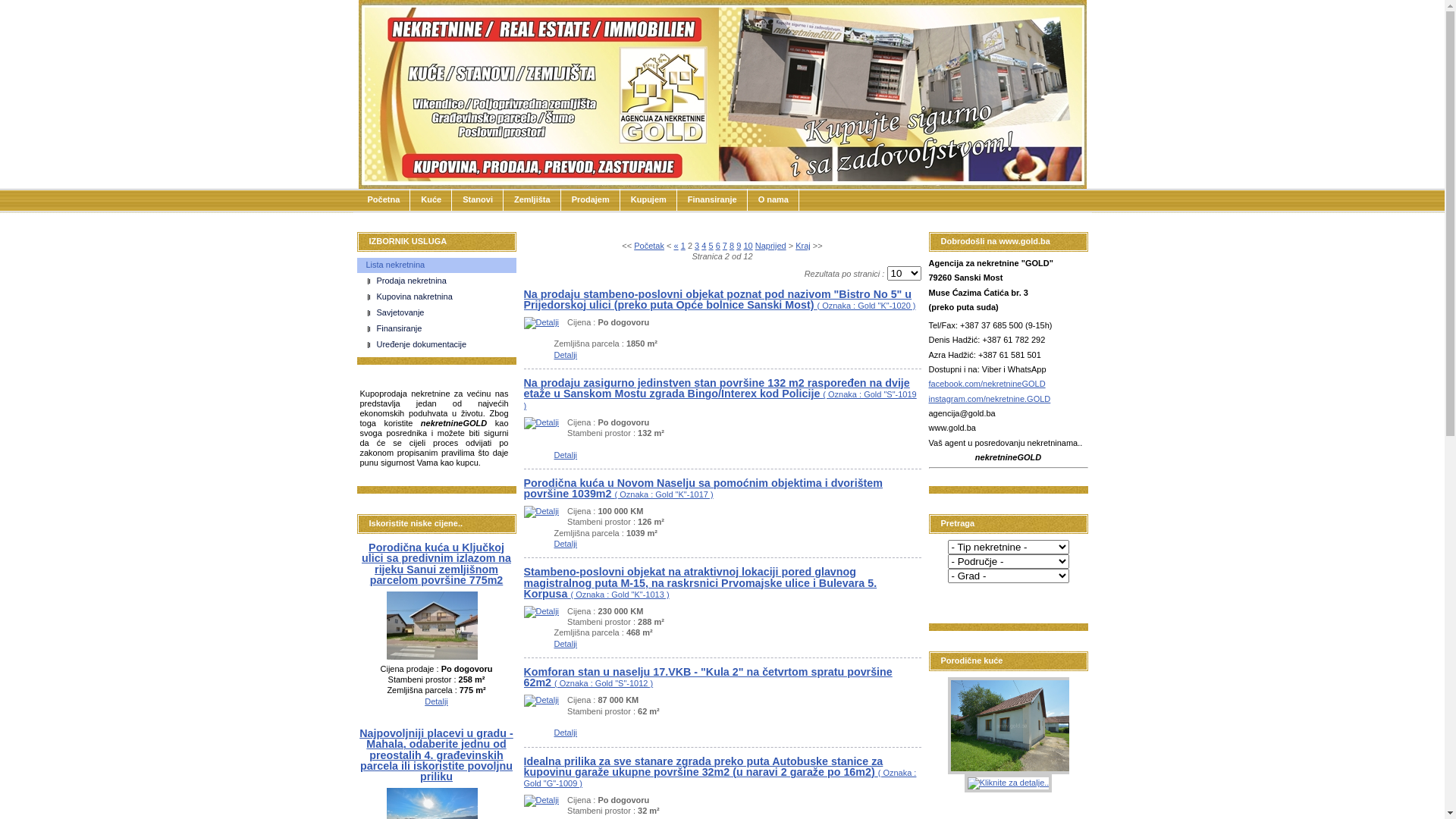  I want to click on 'Detalji', so click(564, 454).